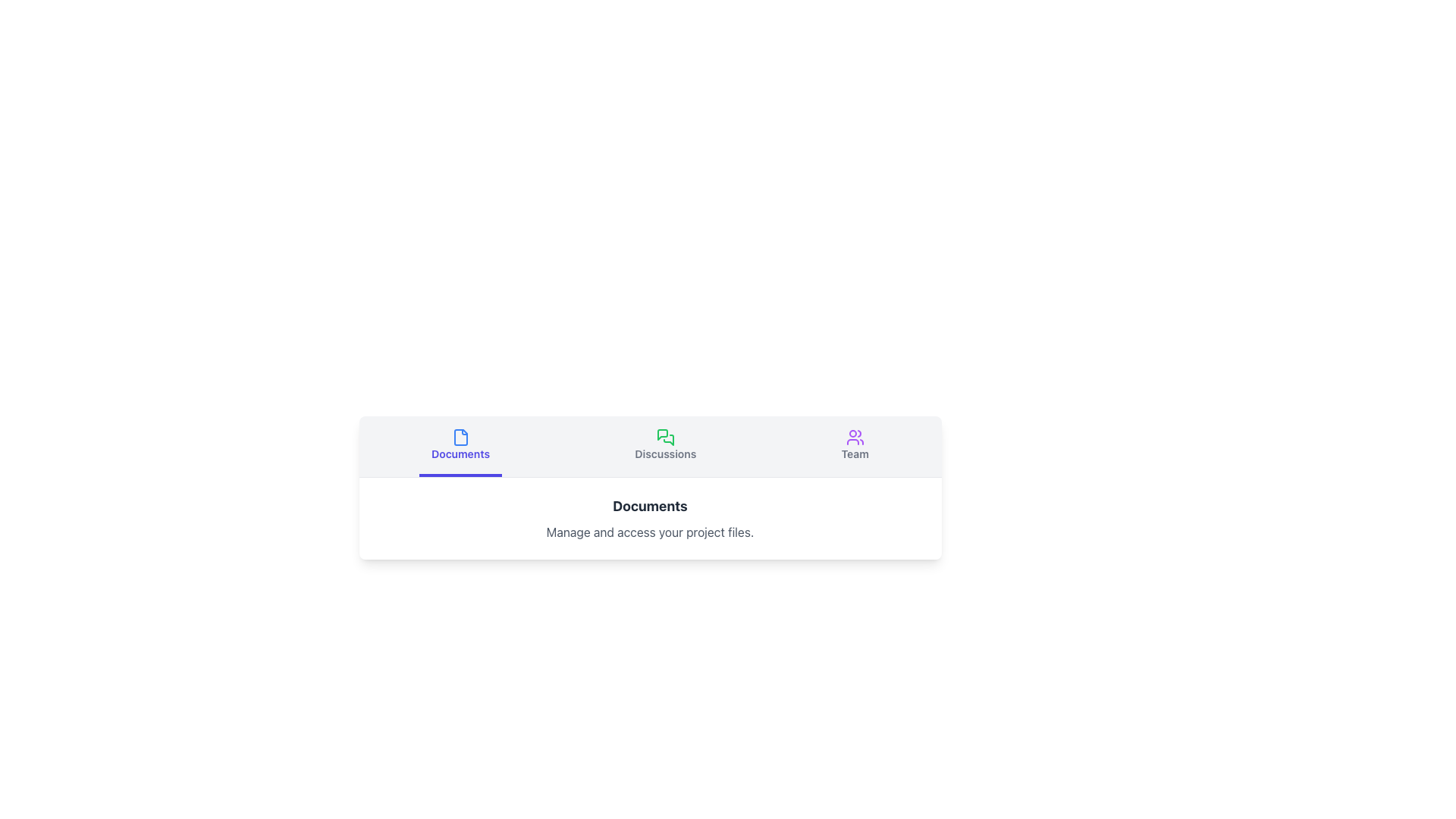  What do you see at coordinates (855, 453) in the screenshot?
I see `the 'Team' navigation tab label` at bounding box center [855, 453].